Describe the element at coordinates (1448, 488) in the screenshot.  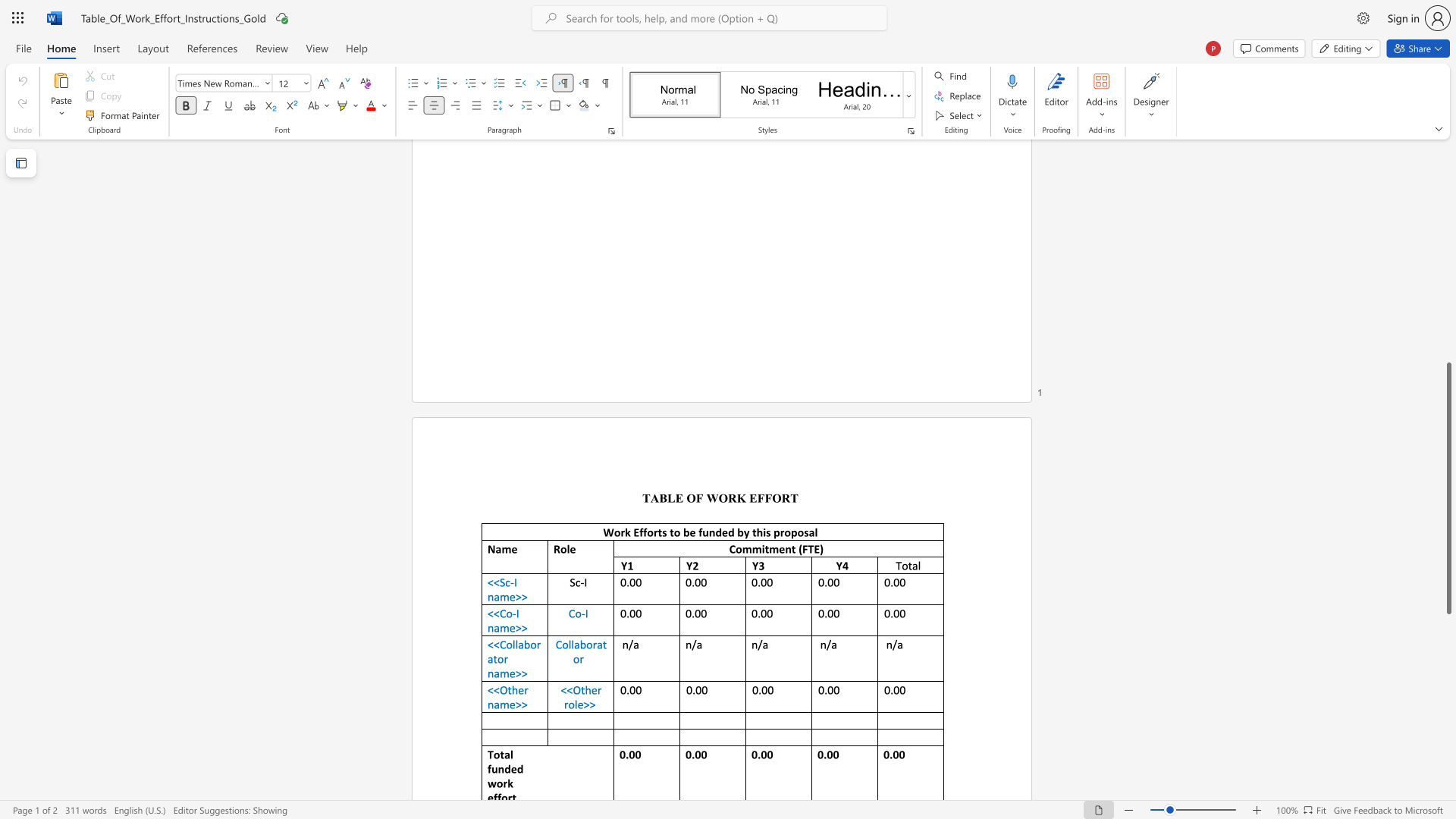
I see `the scrollbar and move down 400 pixels` at that location.